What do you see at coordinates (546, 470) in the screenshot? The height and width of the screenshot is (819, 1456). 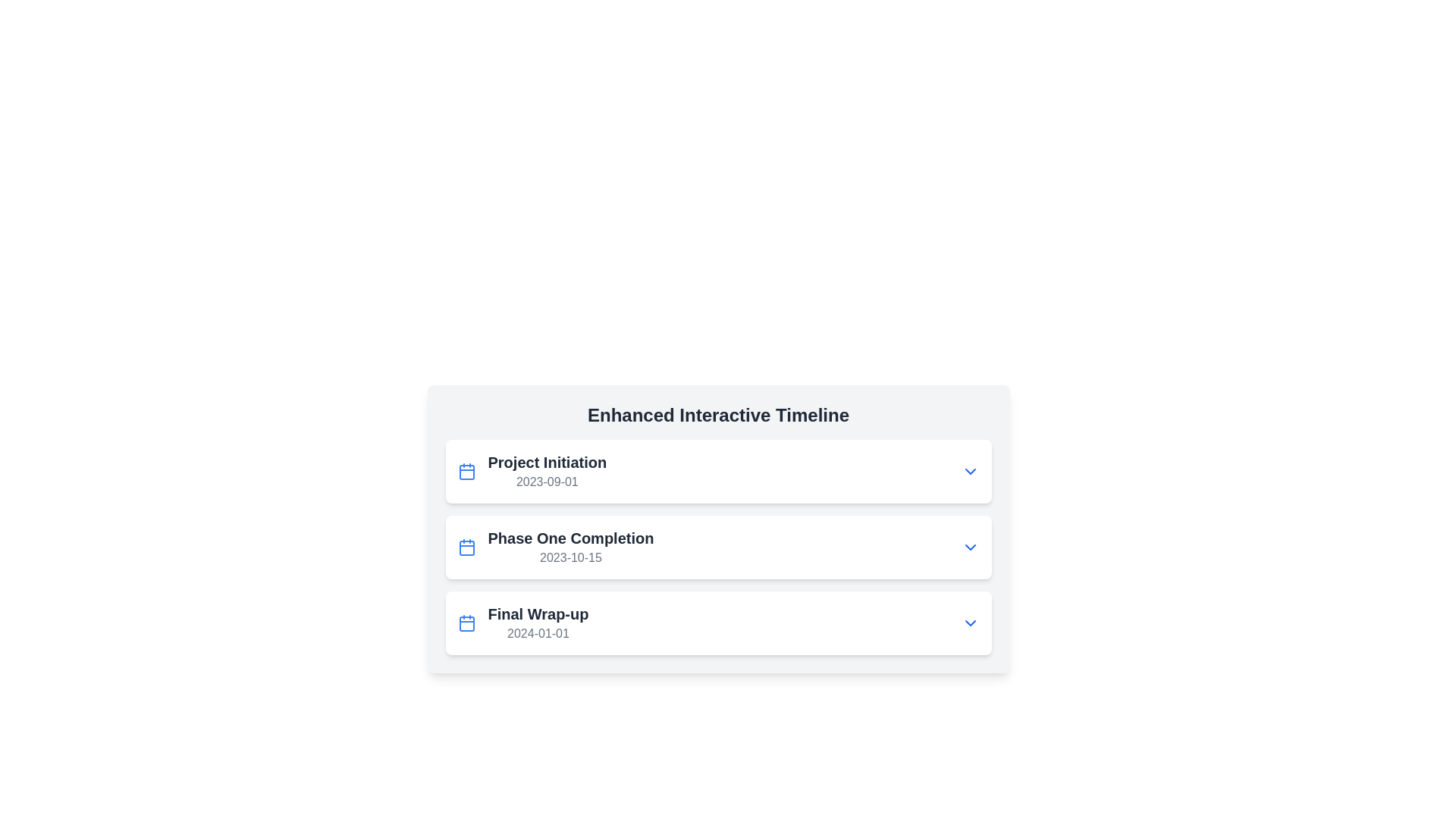 I see `the timeline event label 'Project Initiation'` at bounding box center [546, 470].